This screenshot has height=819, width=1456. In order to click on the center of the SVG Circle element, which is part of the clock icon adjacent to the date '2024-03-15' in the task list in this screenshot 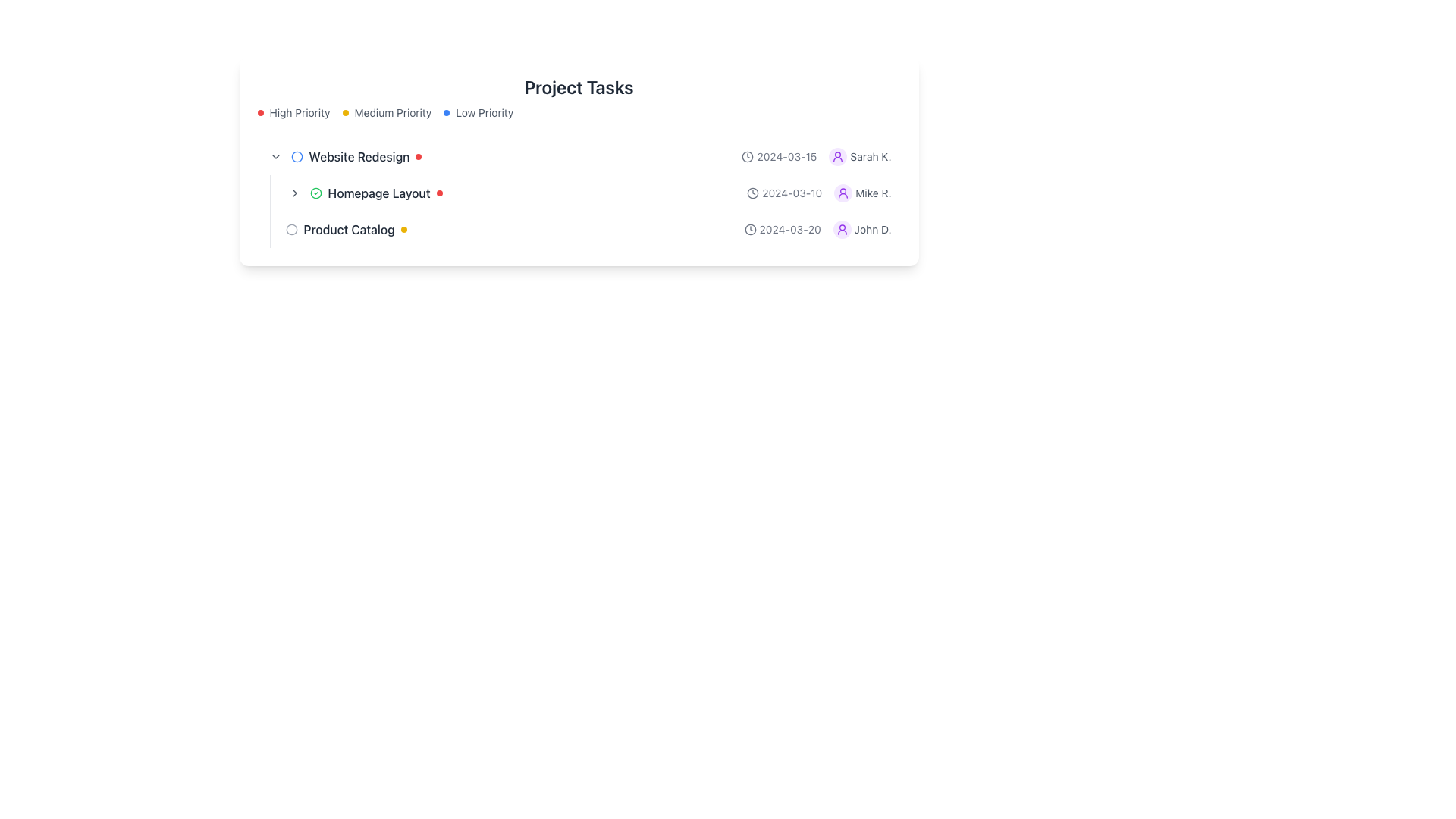, I will do `click(748, 157)`.